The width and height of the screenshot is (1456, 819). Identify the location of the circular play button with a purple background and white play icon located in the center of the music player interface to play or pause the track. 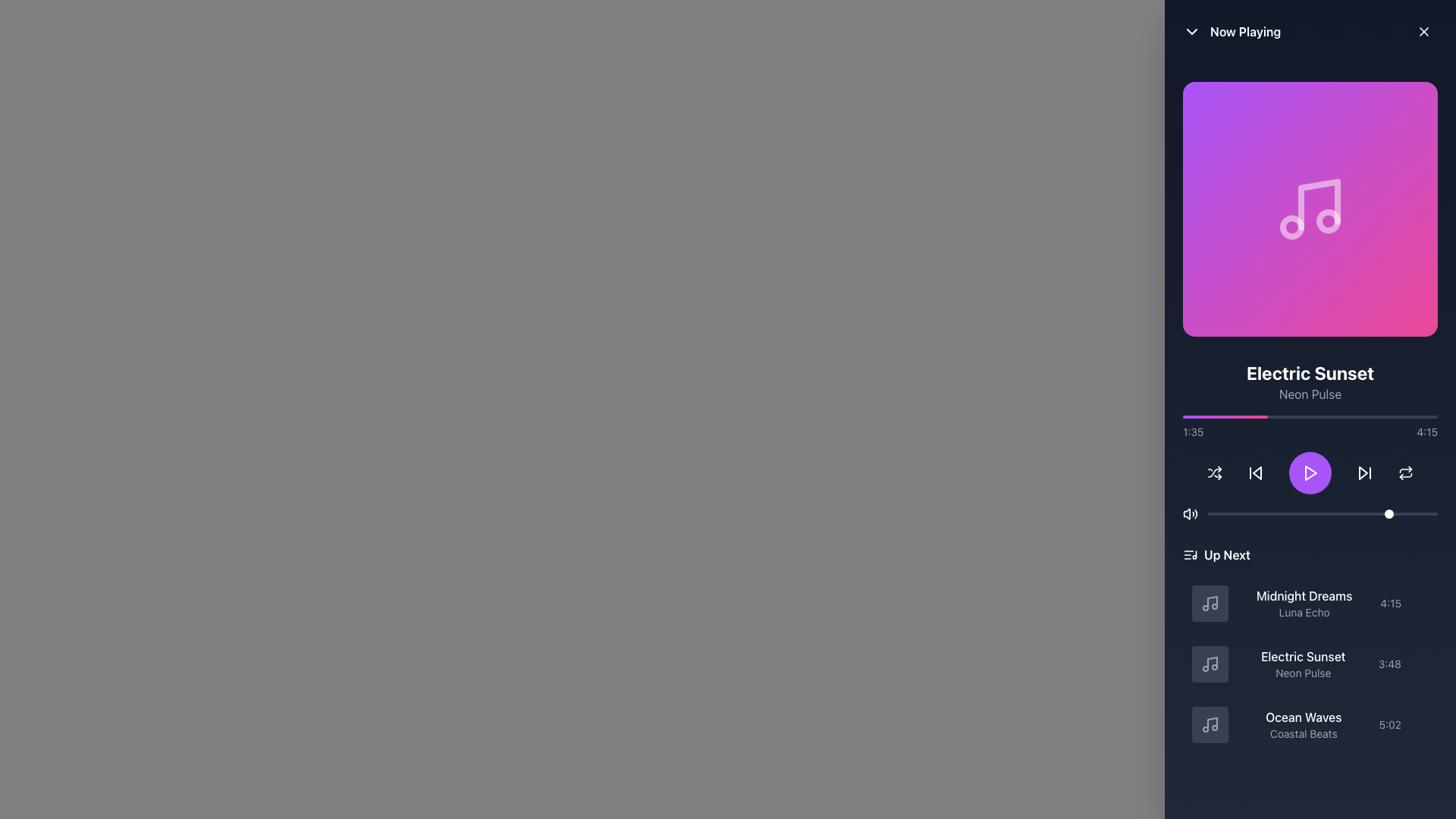
(1310, 472).